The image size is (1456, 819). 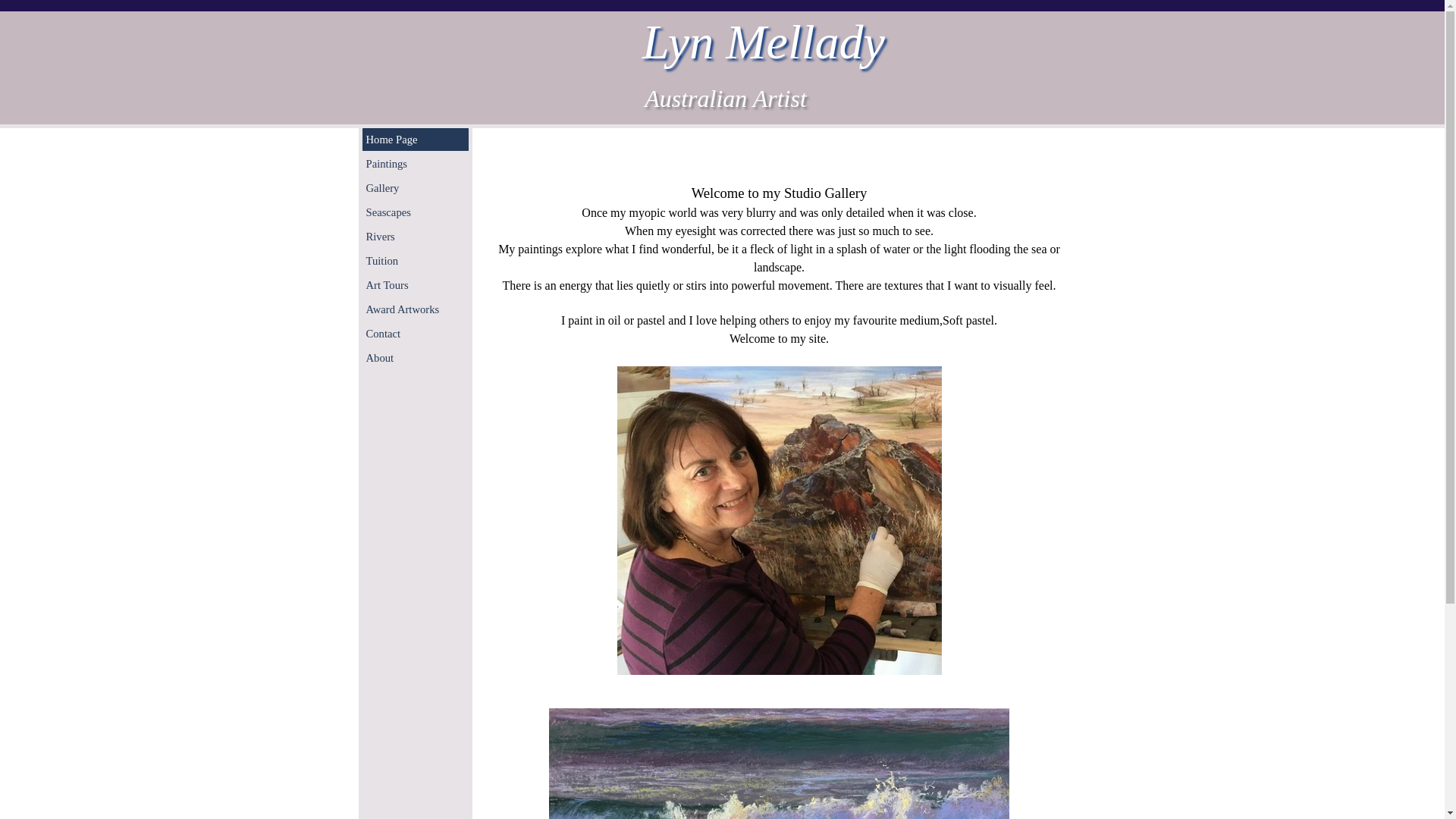 What do you see at coordinates (415, 309) in the screenshot?
I see `'Award Artworks'` at bounding box center [415, 309].